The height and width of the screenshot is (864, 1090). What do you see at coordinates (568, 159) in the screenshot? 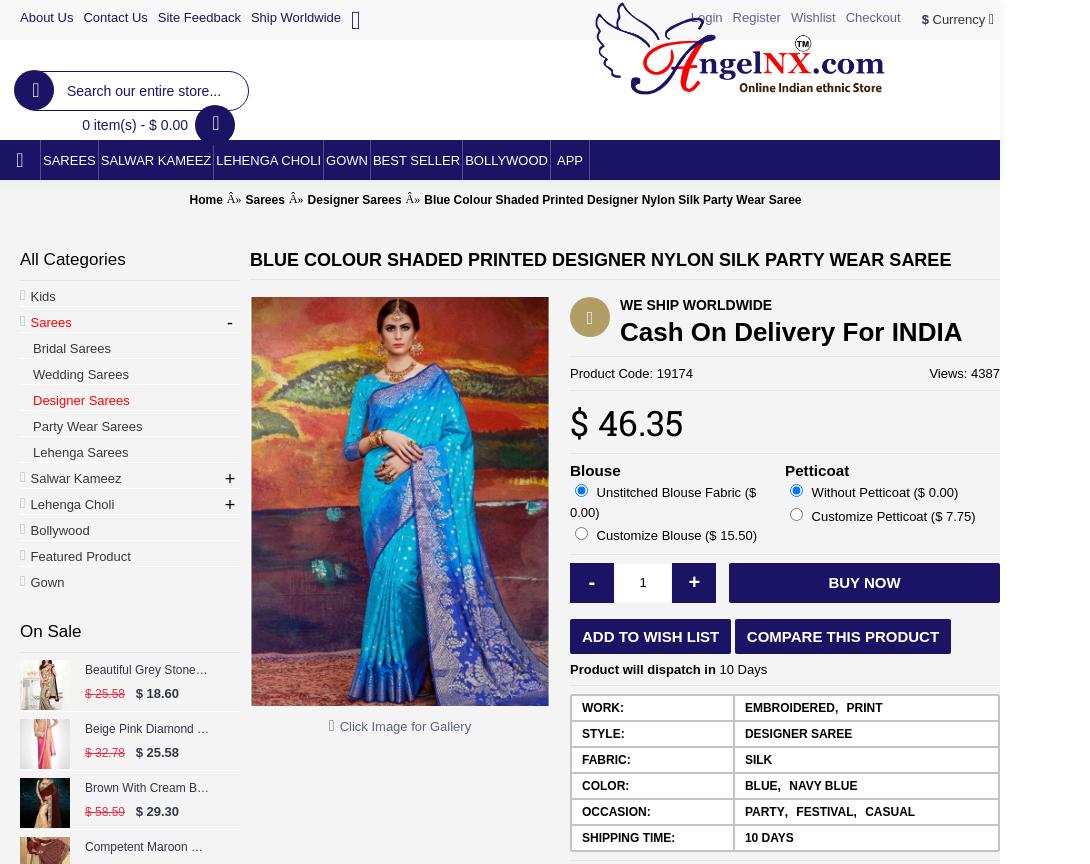
I see `'App'` at bounding box center [568, 159].